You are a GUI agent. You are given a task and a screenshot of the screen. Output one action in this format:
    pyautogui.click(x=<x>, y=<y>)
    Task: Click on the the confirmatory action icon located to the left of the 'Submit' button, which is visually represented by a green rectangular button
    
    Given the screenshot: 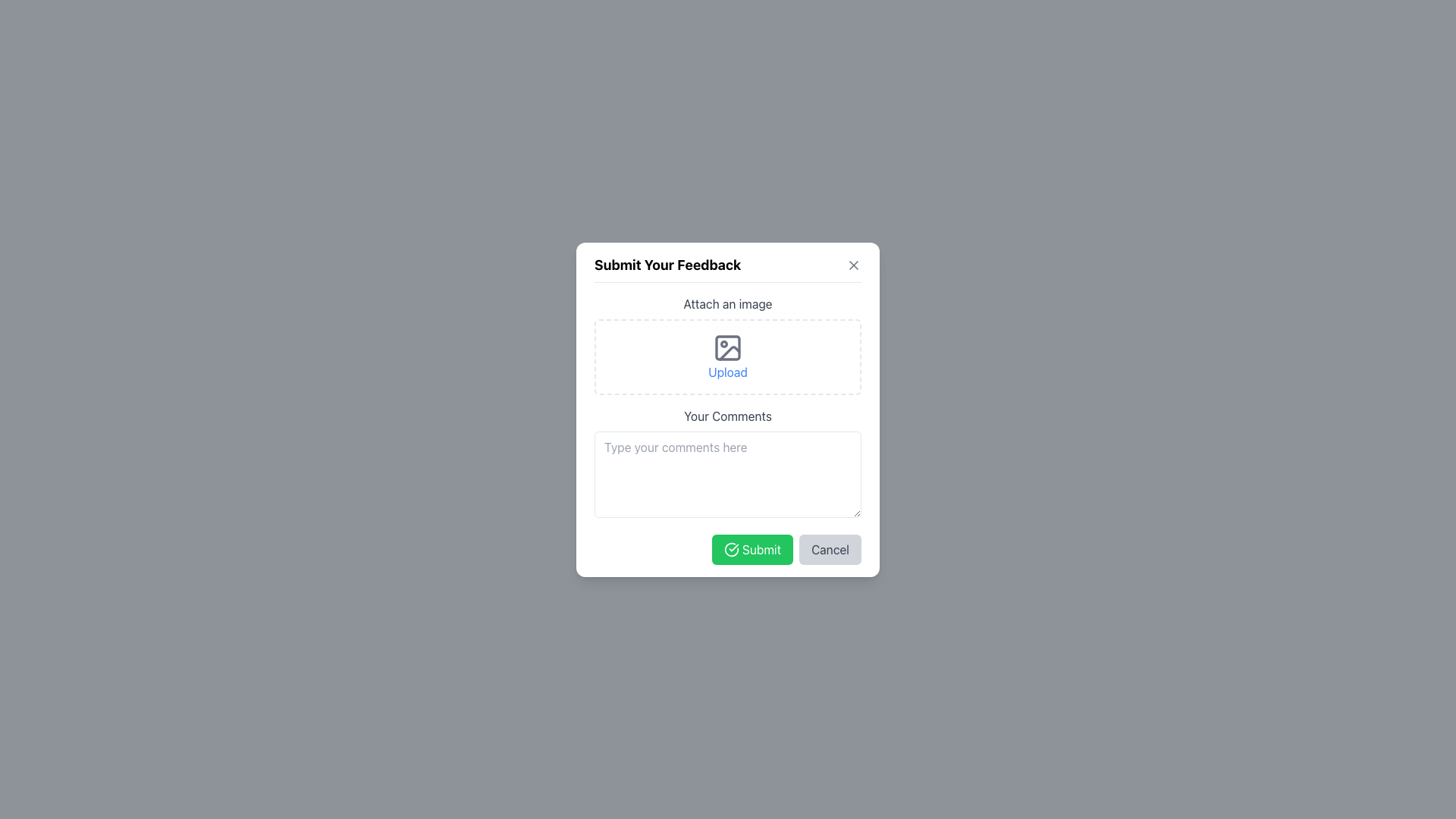 What is the action you would take?
    pyautogui.click(x=731, y=549)
    